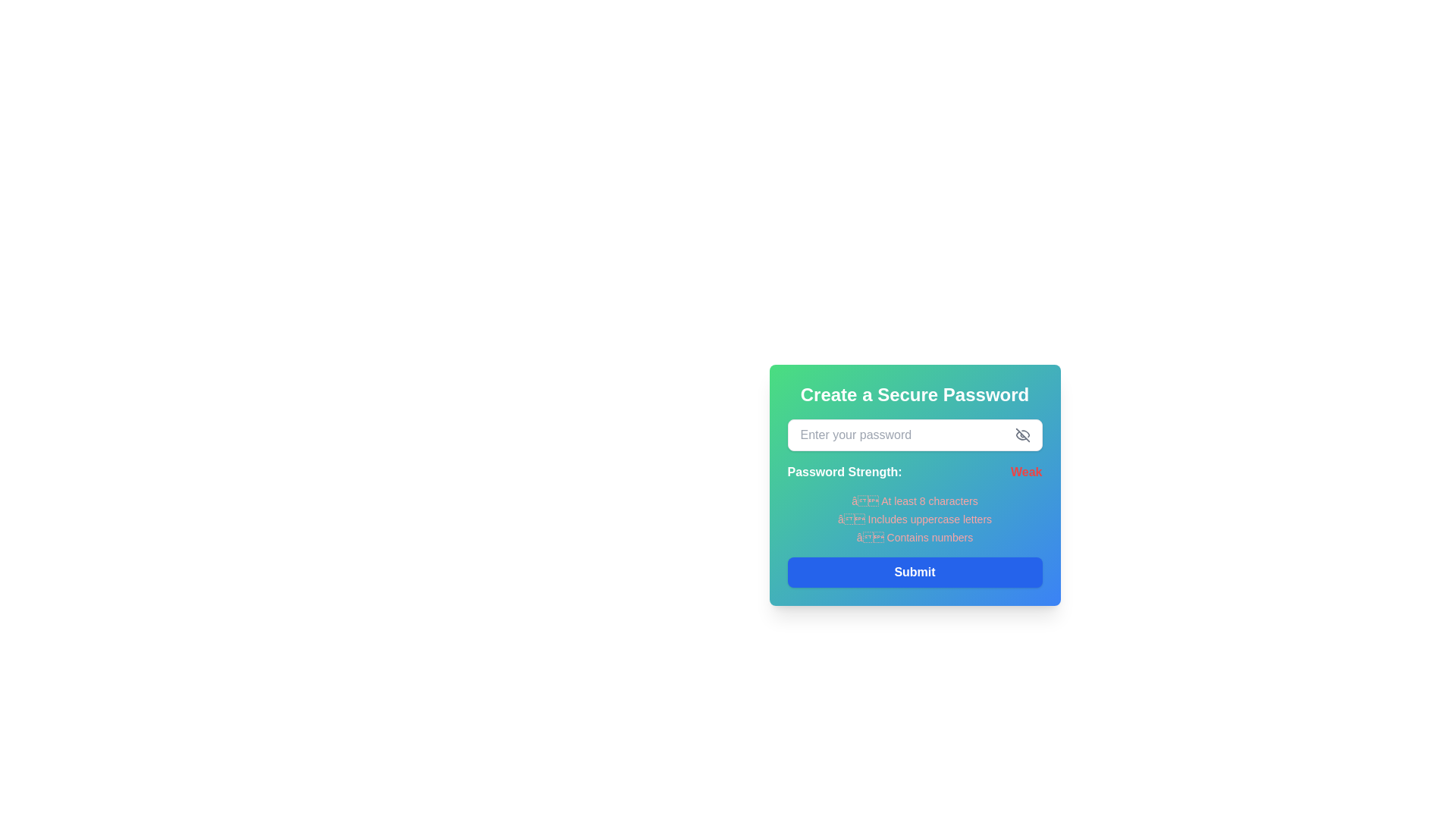 The image size is (1456, 819). What do you see at coordinates (914, 519) in the screenshot?
I see `text label indicating whether the password criterion of including uppercase letters is met, which is the second line in the list of password criteria beneath the 'Password Strength' header` at bounding box center [914, 519].